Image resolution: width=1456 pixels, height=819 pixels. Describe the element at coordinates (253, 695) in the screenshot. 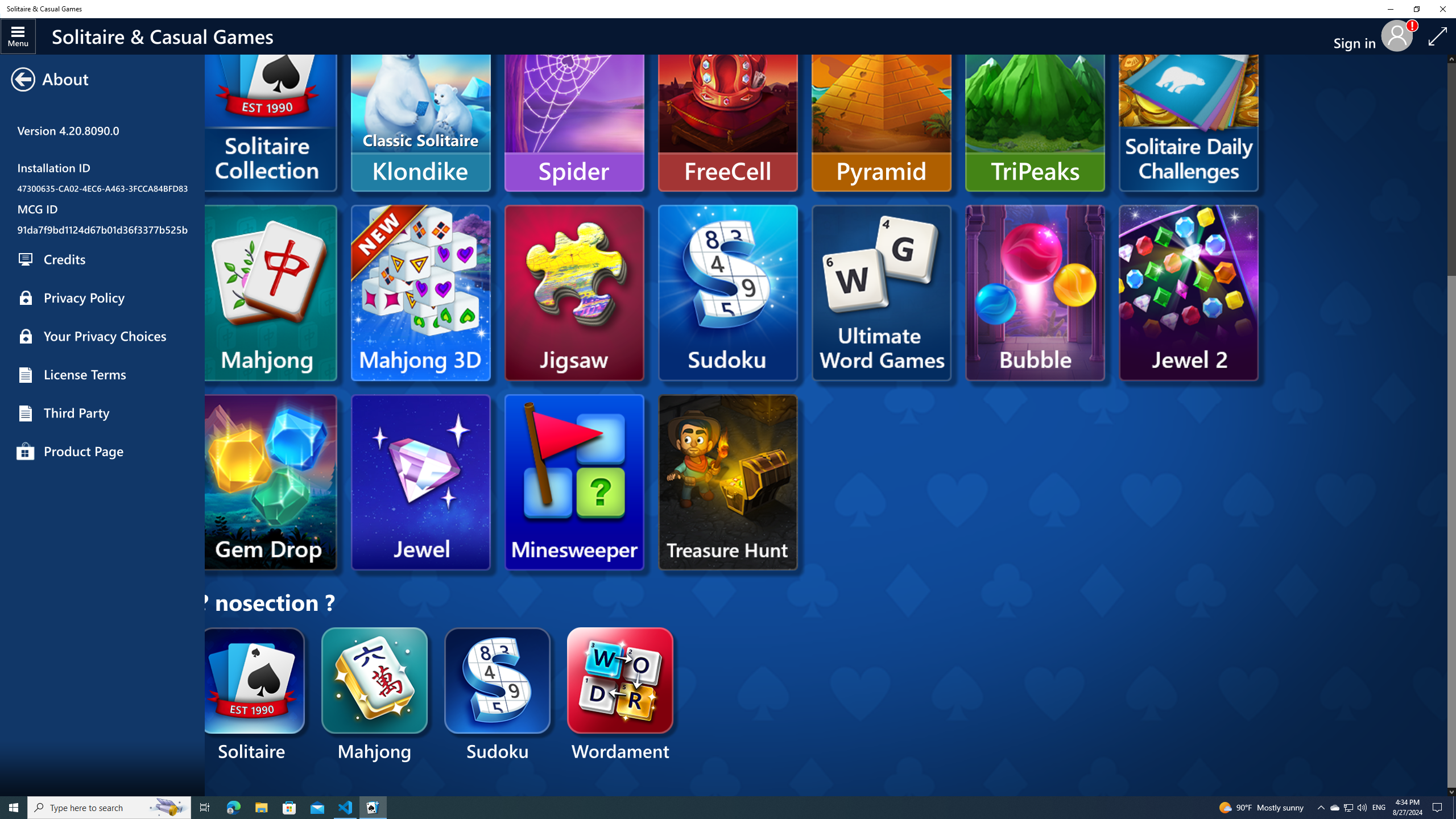

I see `'Solitaire'` at that location.